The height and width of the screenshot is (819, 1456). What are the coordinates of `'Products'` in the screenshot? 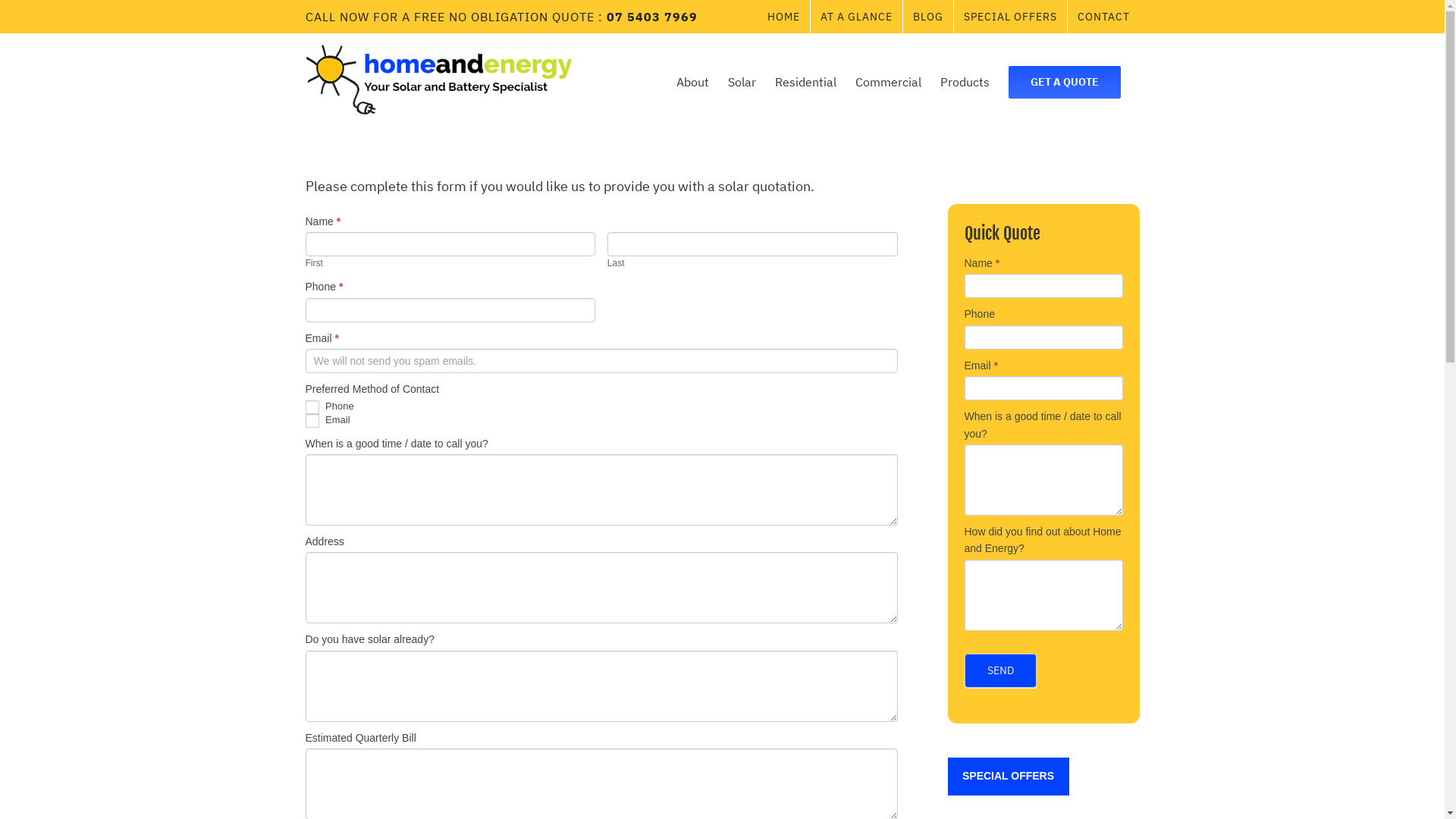 It's located at (939, 82).